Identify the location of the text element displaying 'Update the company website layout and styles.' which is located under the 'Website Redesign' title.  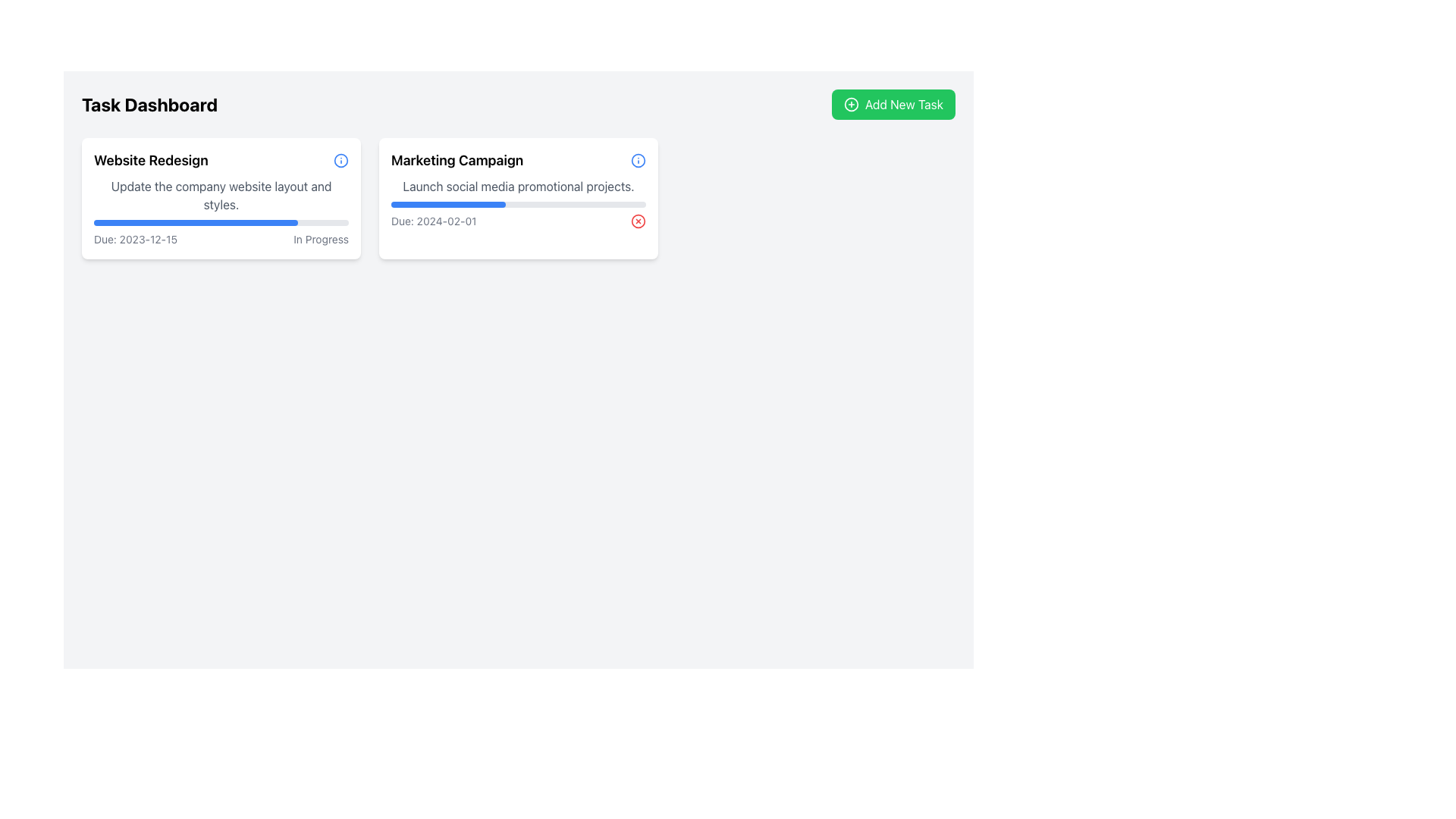
(221, 195).